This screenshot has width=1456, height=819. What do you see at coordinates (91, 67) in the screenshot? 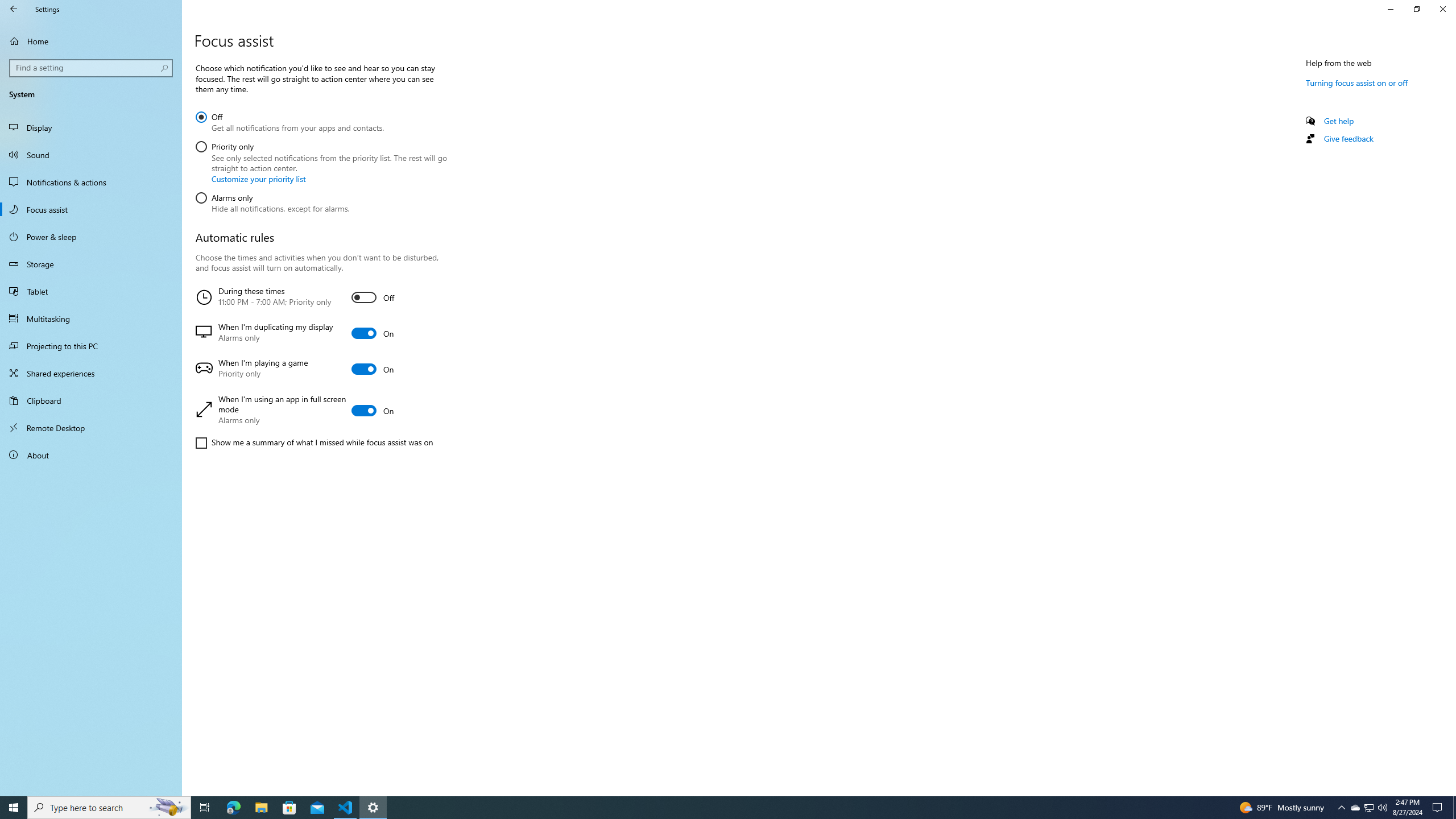
I see `'Search box, Find a setting'` at bounding box center [91, 67].